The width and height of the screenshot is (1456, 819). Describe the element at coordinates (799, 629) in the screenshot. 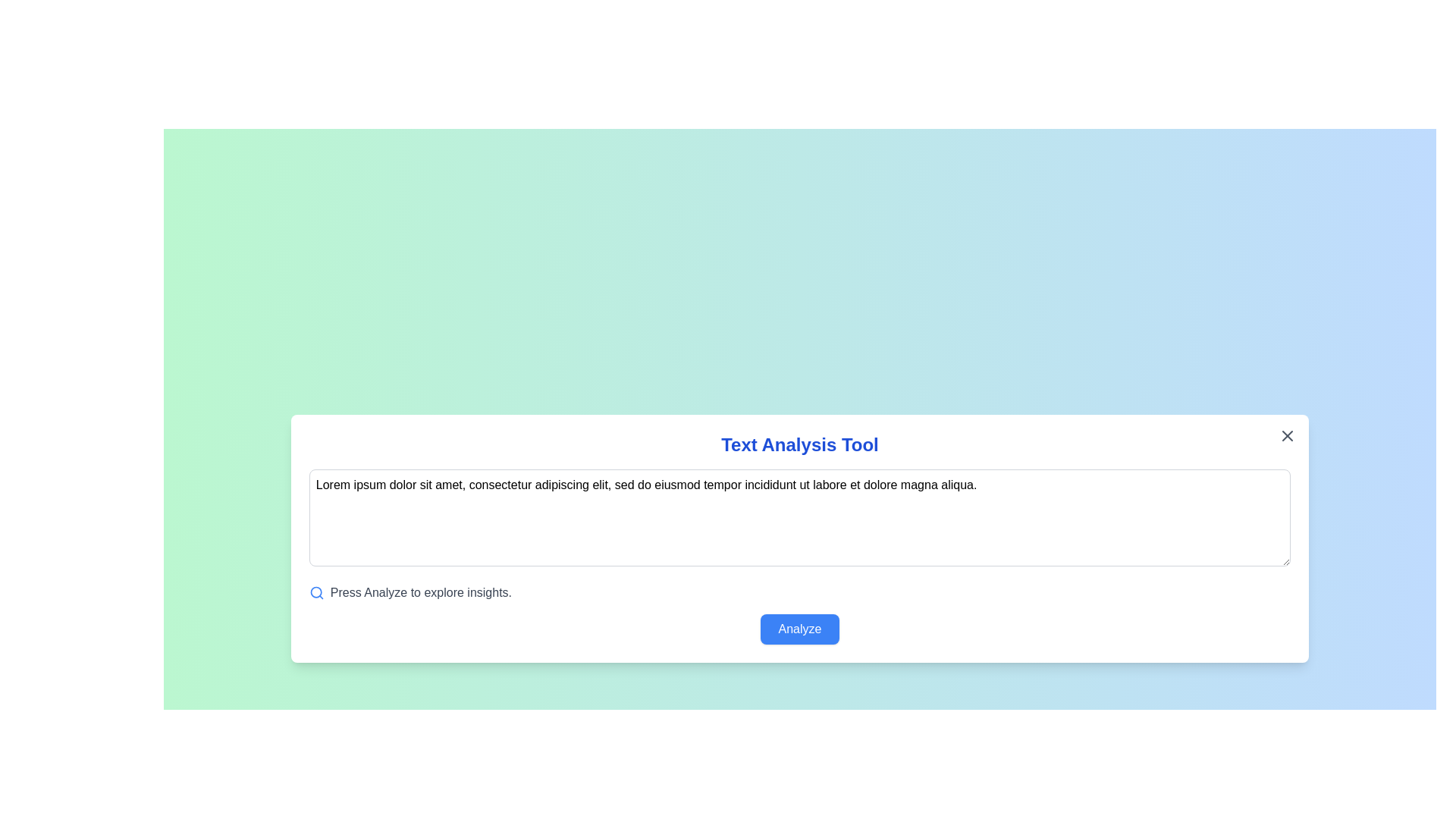

I see `the 'Analyze' button to perform the analysis` at that location.